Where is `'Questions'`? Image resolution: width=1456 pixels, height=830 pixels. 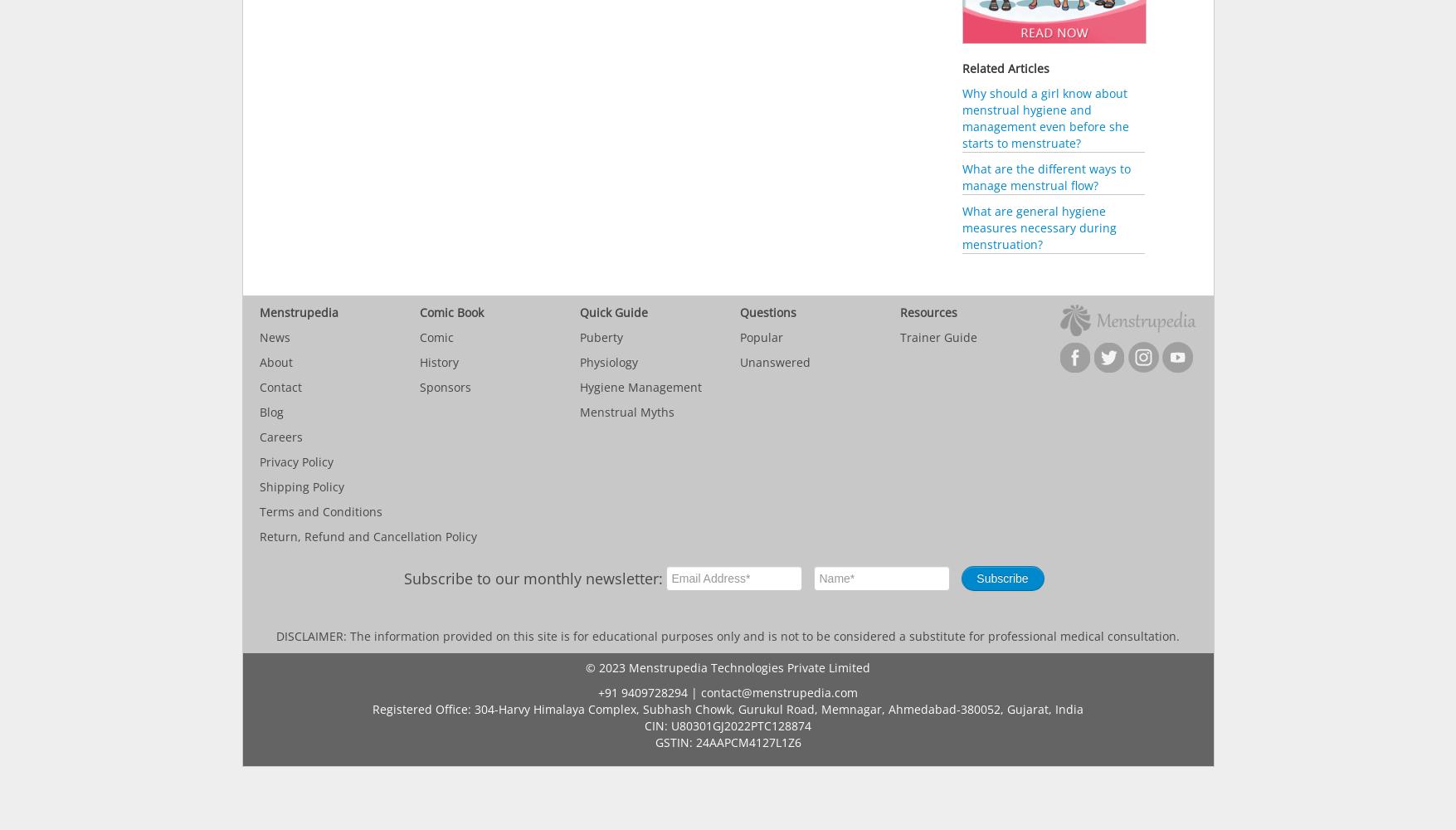 'Questions' is located at coordinates (738, 312).